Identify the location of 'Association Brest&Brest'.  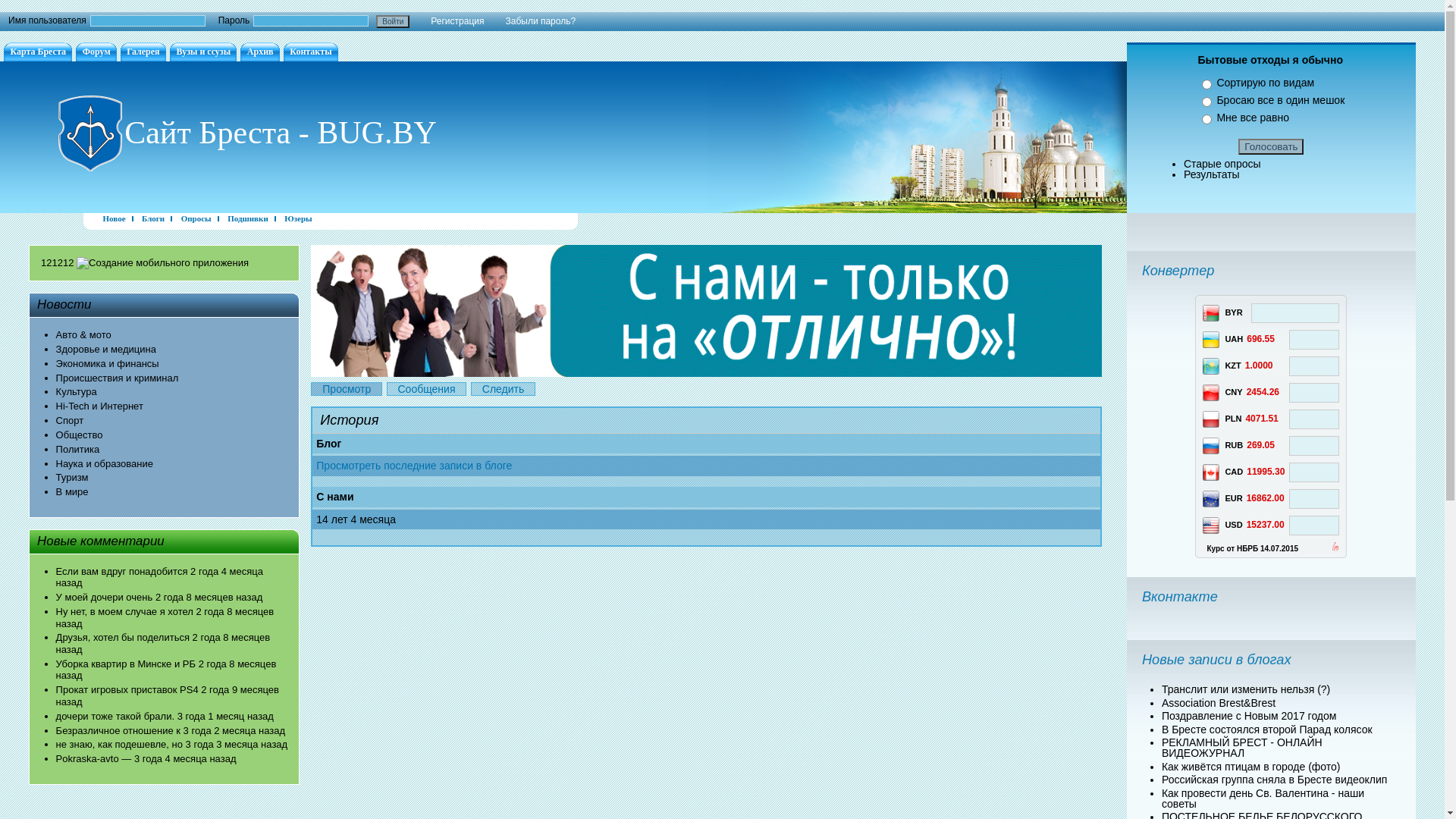
(1219, 701).